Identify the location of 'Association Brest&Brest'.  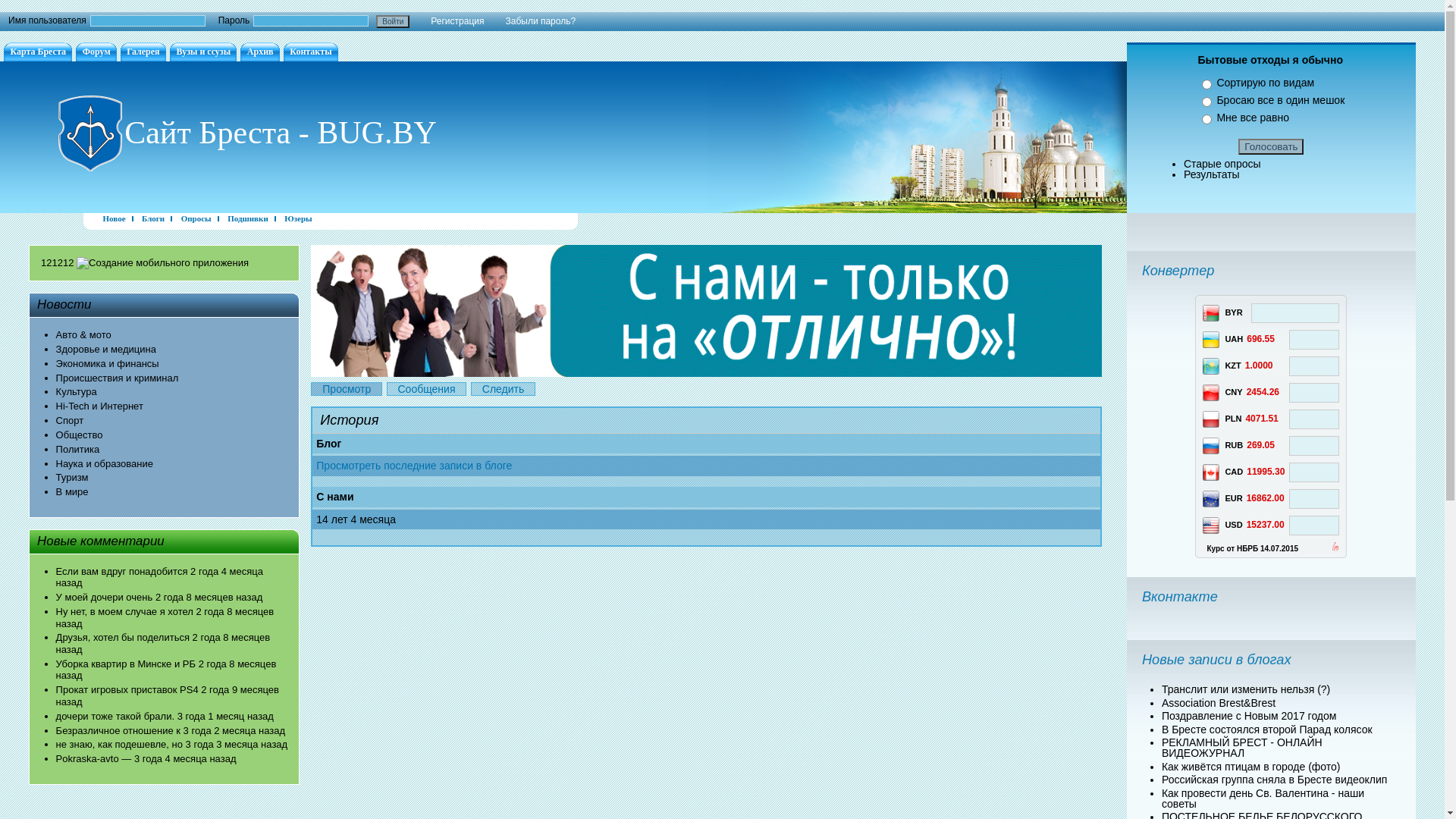
(1219, 701).